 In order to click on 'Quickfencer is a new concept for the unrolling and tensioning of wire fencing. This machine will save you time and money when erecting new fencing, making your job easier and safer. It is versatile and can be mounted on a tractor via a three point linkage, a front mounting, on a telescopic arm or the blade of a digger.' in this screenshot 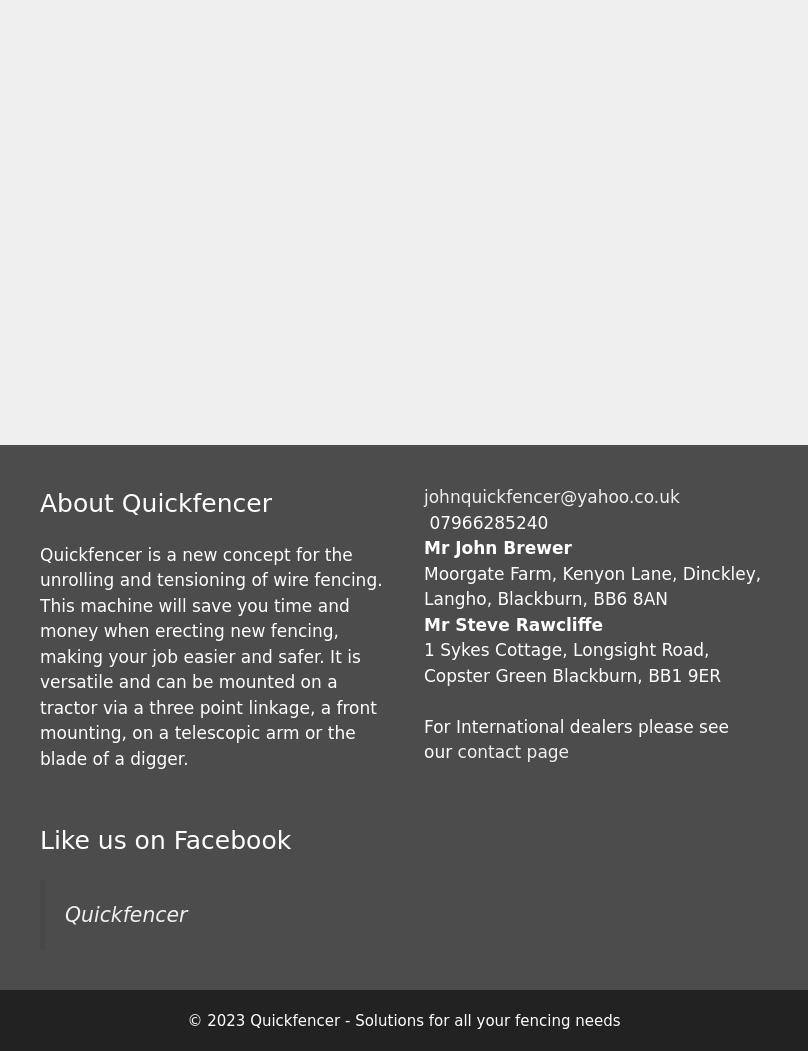, I will do `click(210, 656)`.